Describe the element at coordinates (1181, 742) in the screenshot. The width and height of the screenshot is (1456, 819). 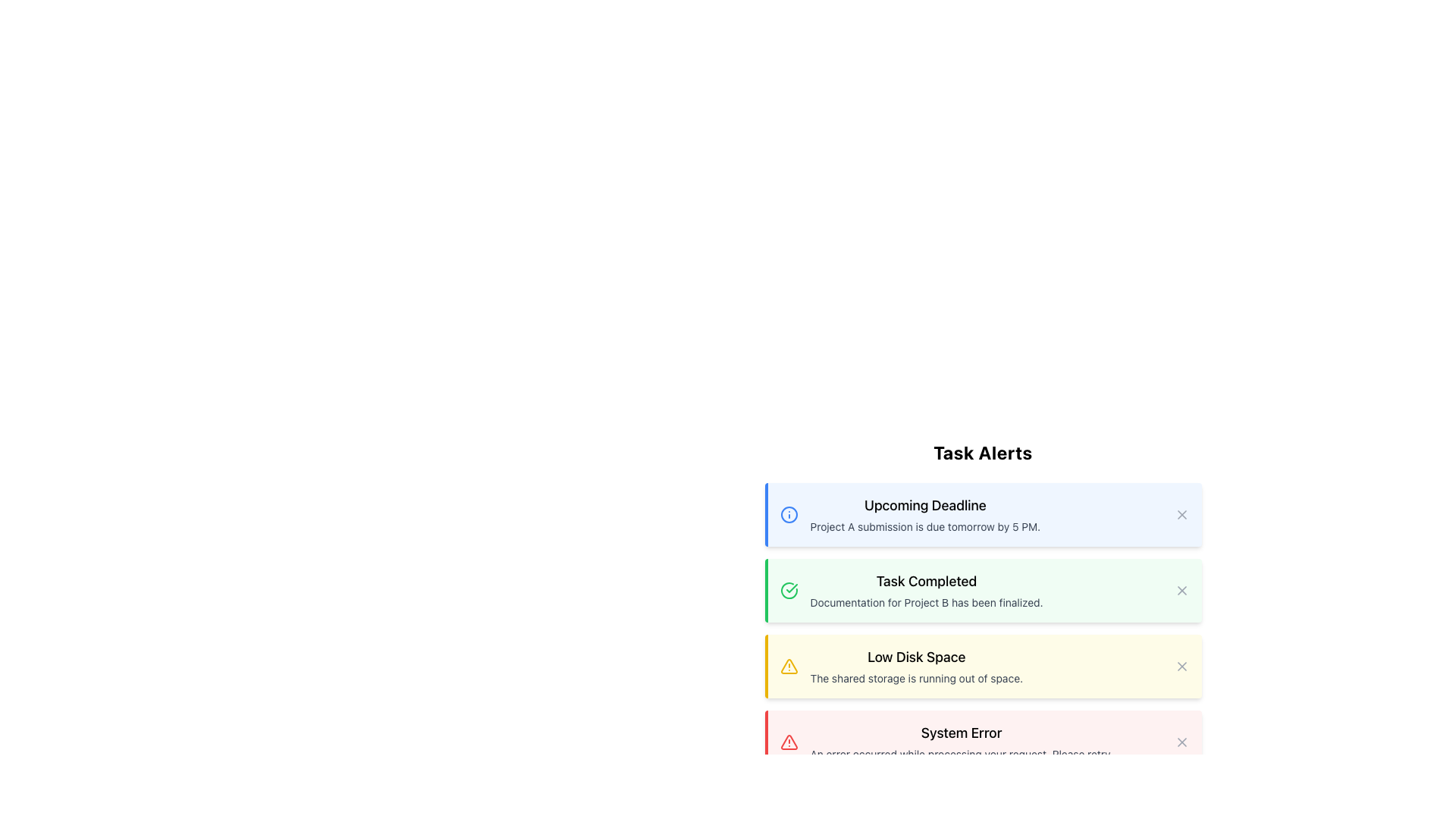
I see `the dismiss button located at the rightmost edge of the 'System Error' notification panel` at that location.